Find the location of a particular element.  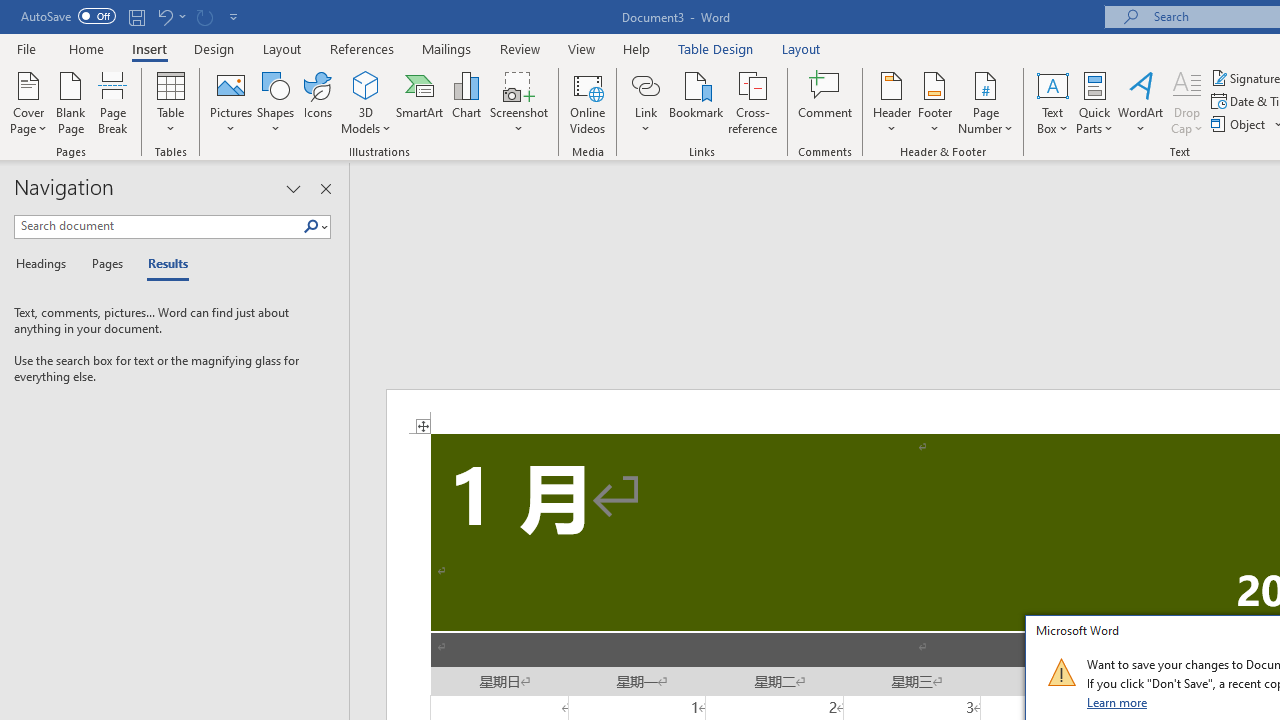

'WordArt' is located at coordinates (1141, 103).